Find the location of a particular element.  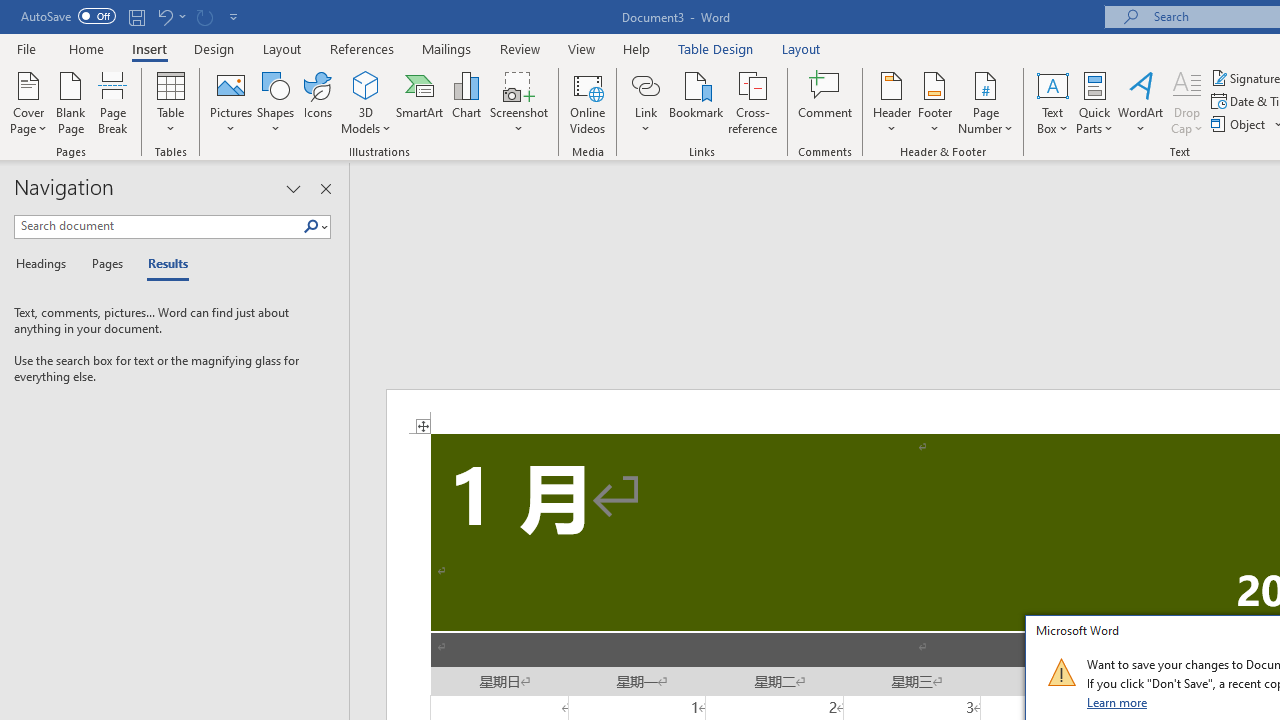

'WordArt' is located at coordinates (1141, 103).